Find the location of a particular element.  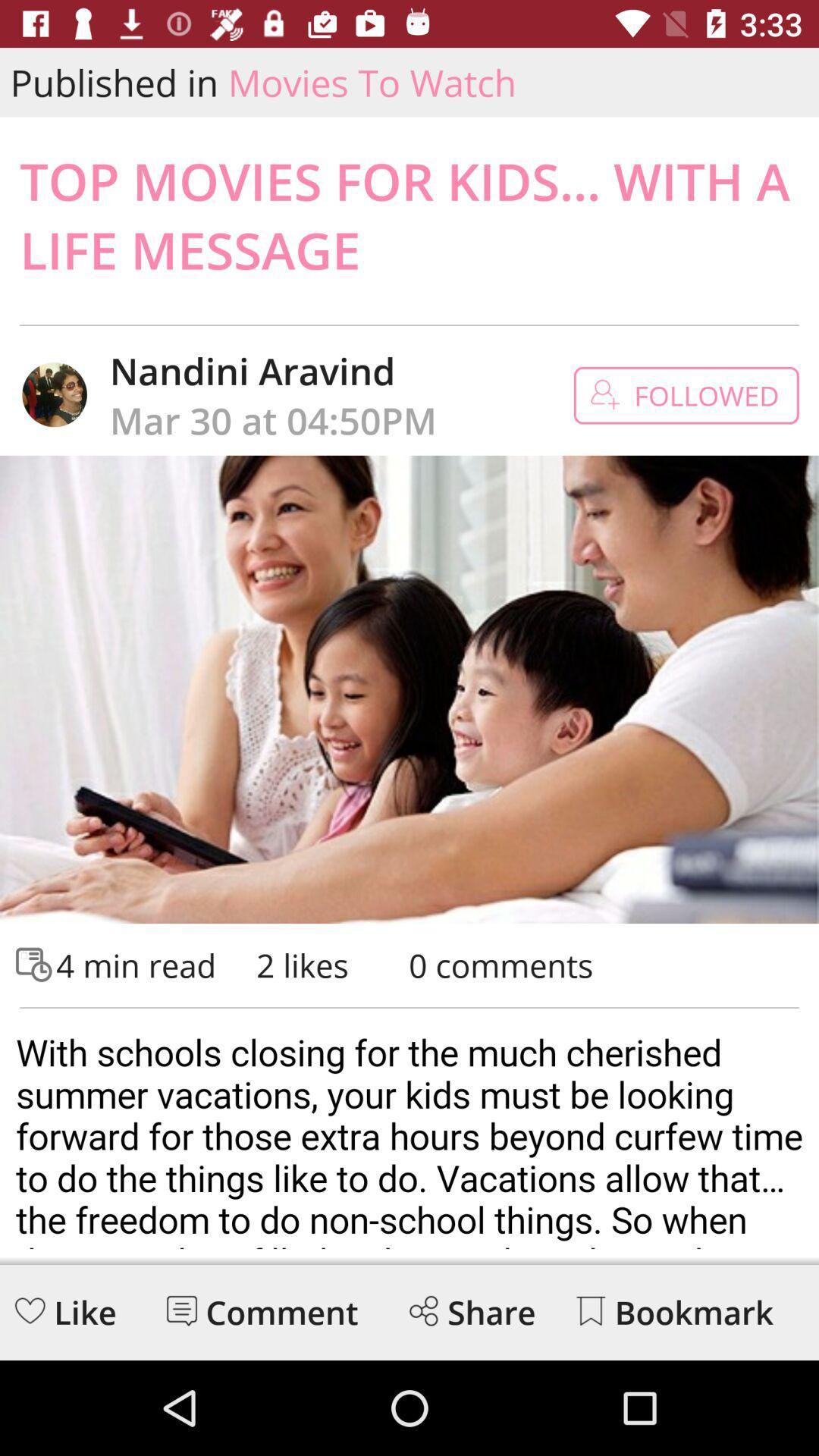

the chat icon is located at coordinates (180, 1310).